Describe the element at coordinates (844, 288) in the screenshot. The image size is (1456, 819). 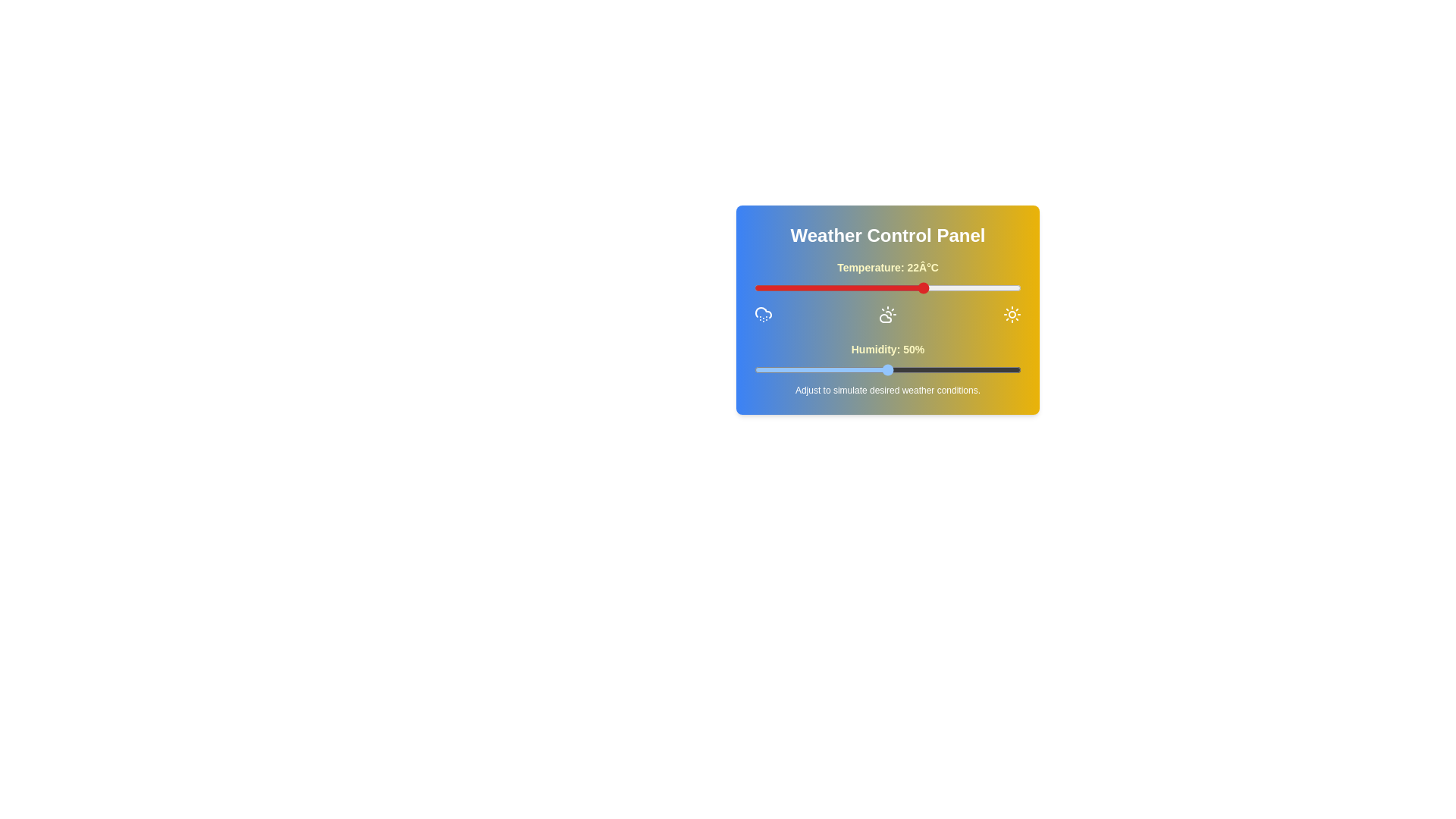
I see `temperature` at that location.